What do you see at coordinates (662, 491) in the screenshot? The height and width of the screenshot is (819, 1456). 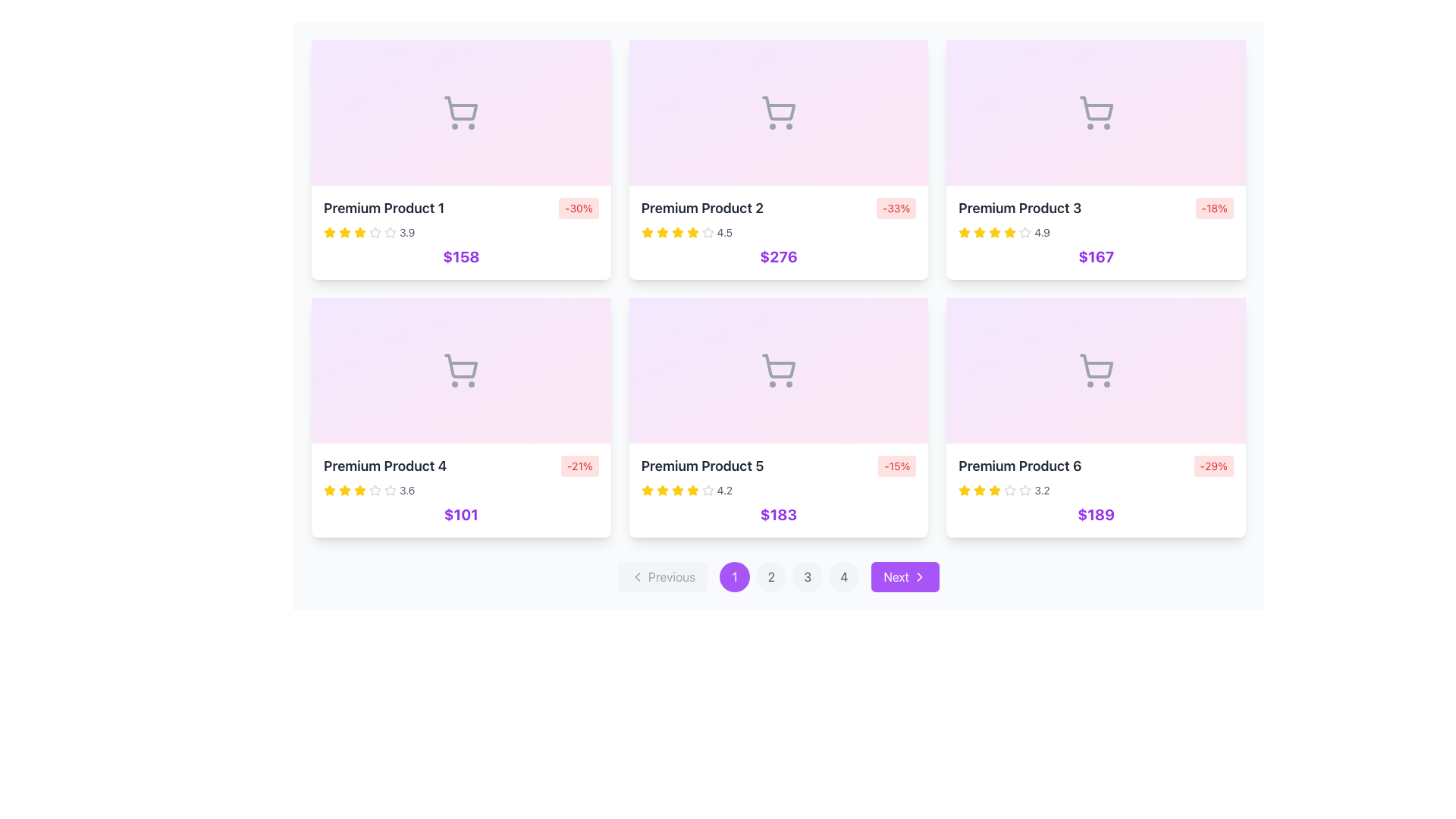 I see `the third star icon in the rating system of the Premium Product 5 card if it is interactive` at bounding box center [662, 491].